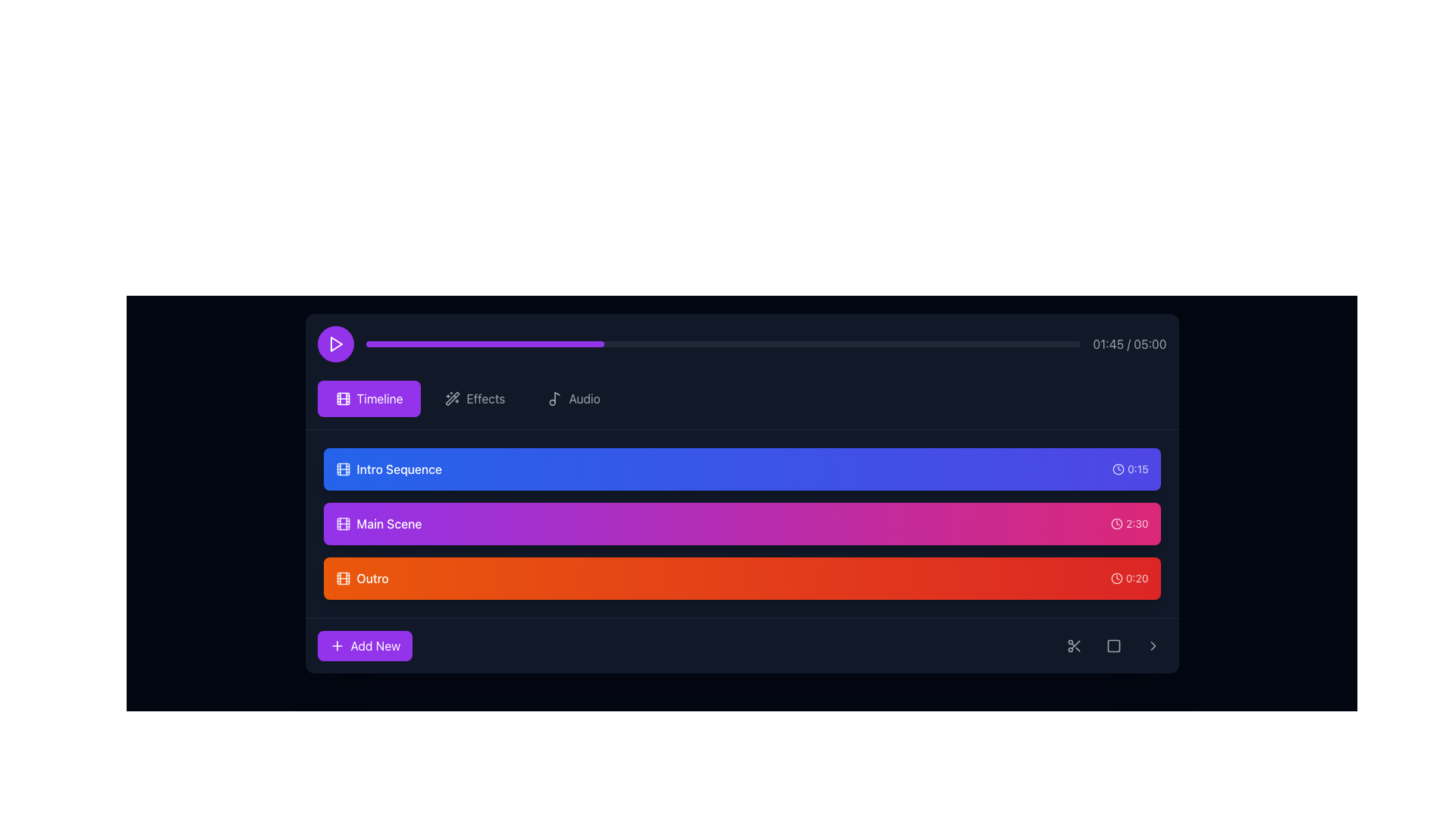  Describe the element at coordinates (1117, 522) in the screenshot. I see `Circle SVG element that is part of a clock-like icon located near the upper right corner of the button representing a timing feature, adjacent to the text '0:15'` at that location.